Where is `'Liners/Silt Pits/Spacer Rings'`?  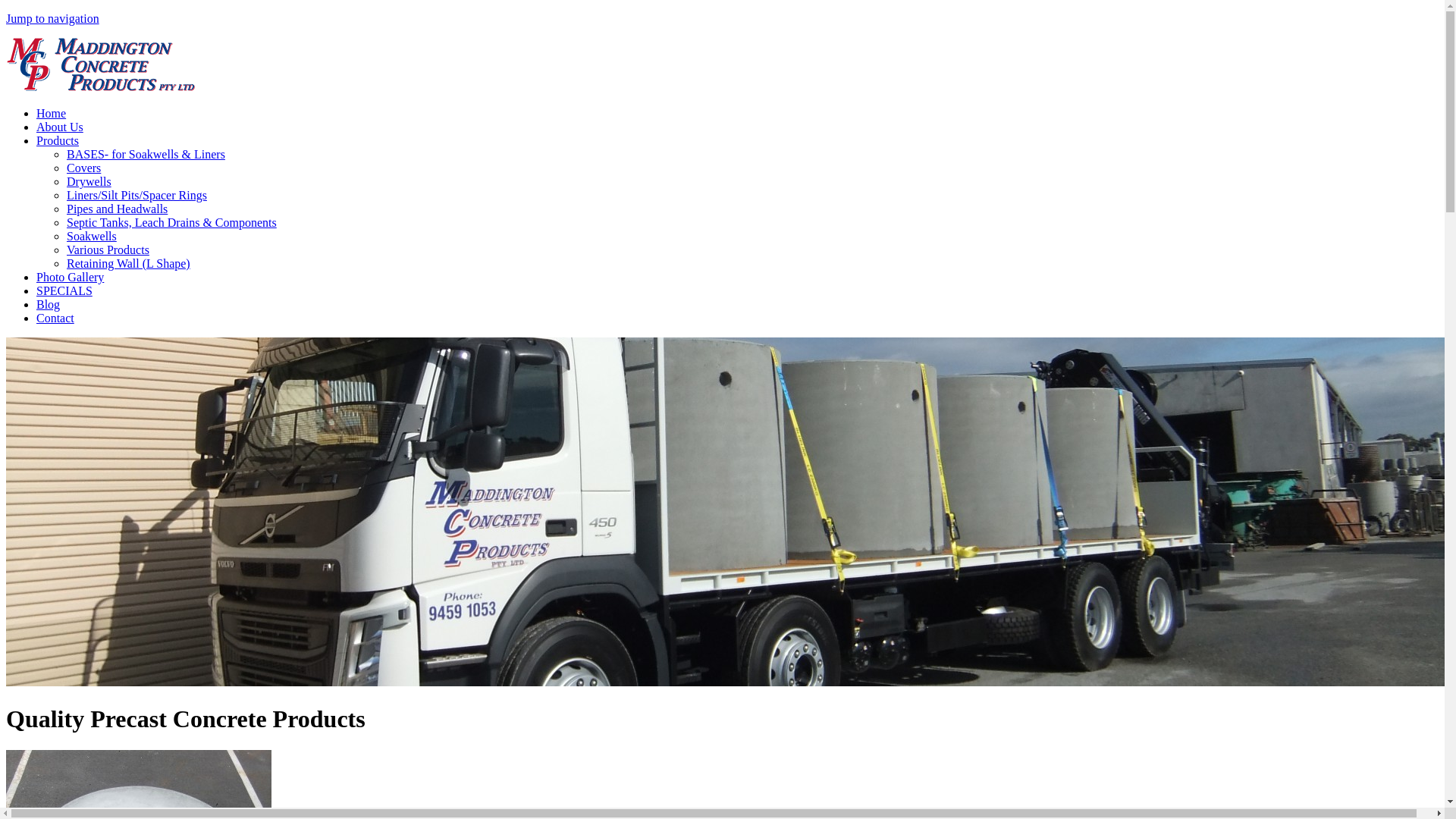 'Liners/Silt Pits/Spacer Rings' is located at coordinates (136, 194).